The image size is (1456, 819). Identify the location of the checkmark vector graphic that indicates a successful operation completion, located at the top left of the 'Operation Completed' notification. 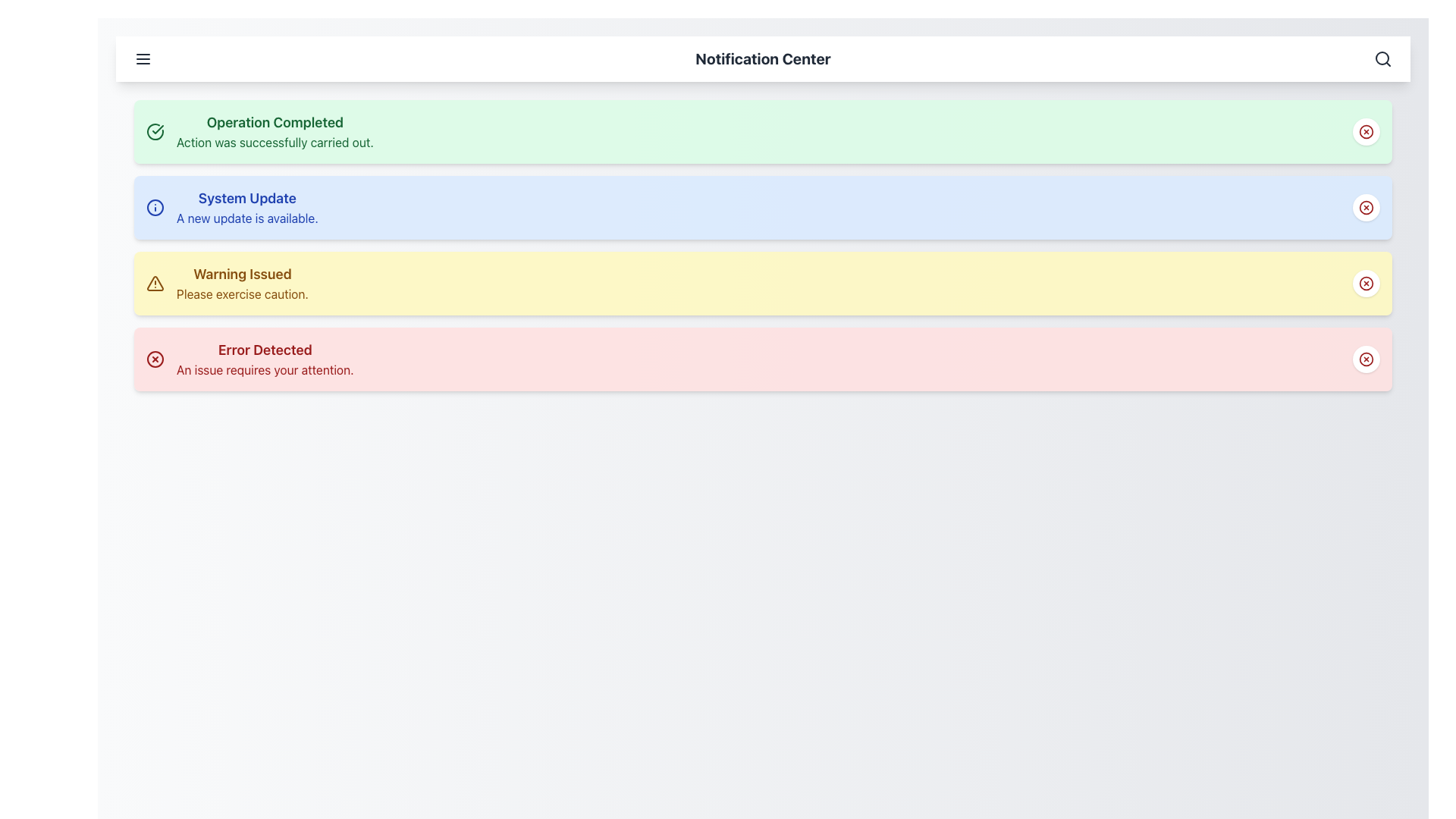
(158, 128).